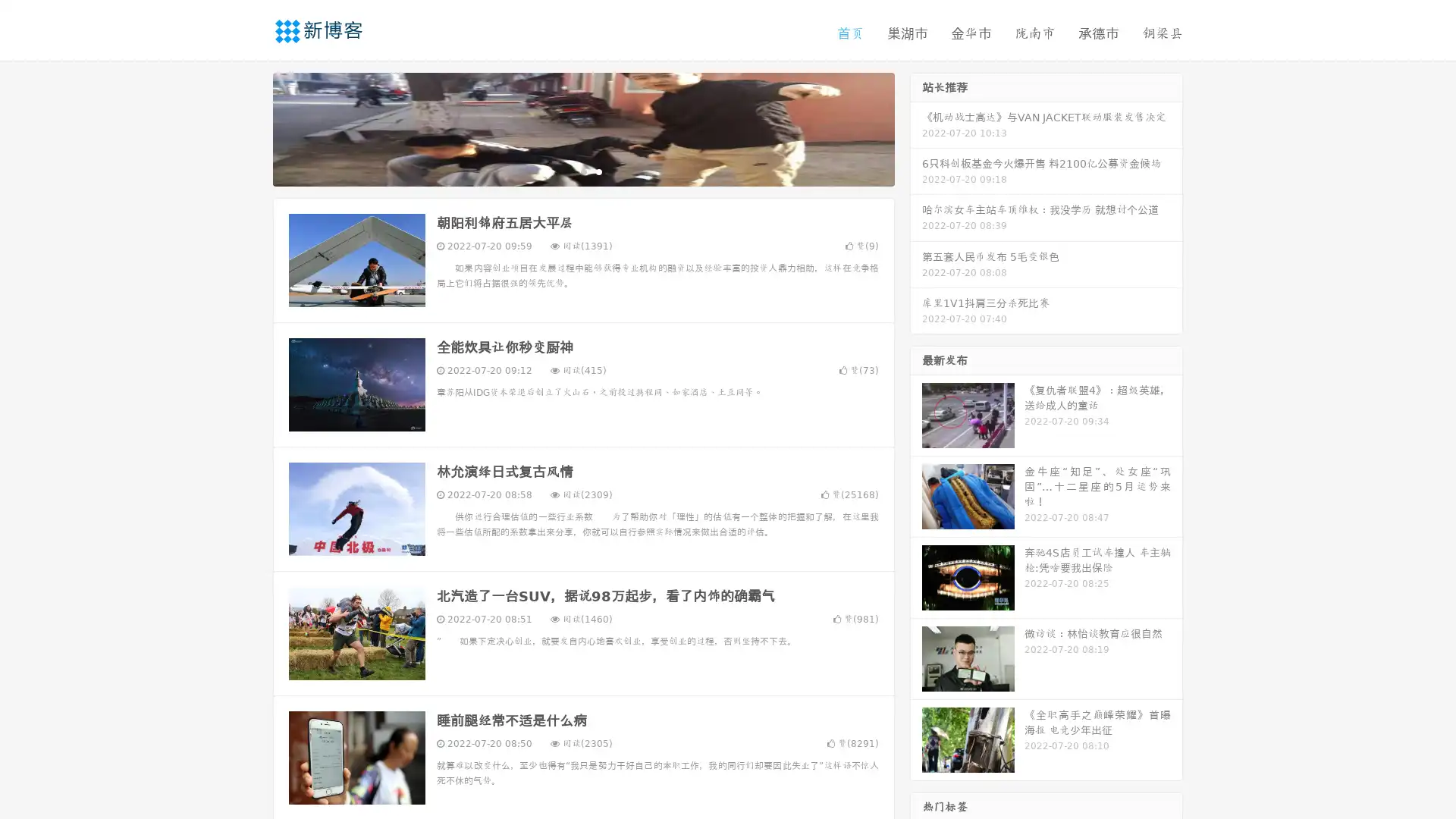  I want to click on Go to slide 3, so click(598, 171).